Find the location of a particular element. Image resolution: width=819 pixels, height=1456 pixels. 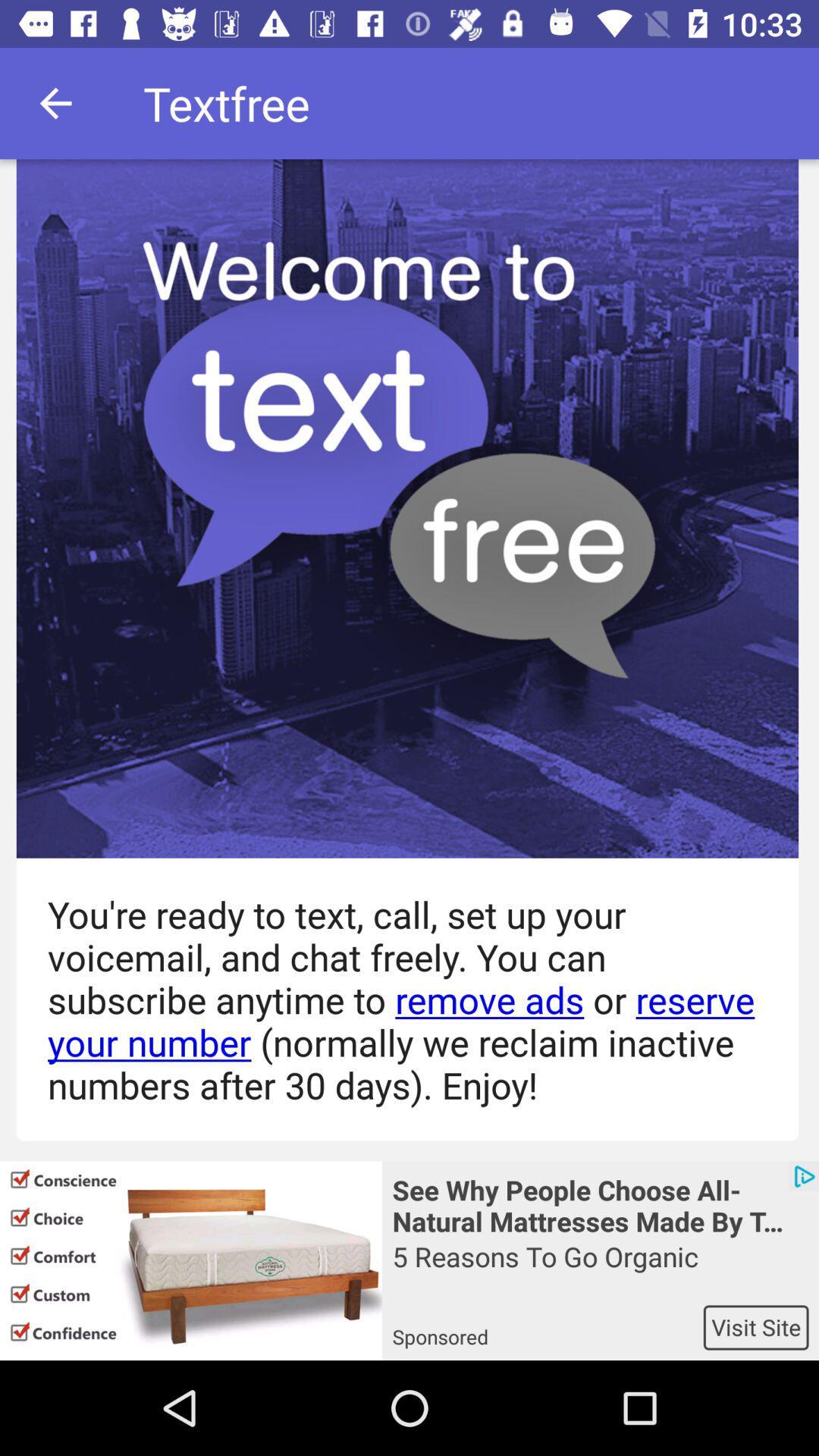

the item next to the textfree is located at coordinates (55, 102).